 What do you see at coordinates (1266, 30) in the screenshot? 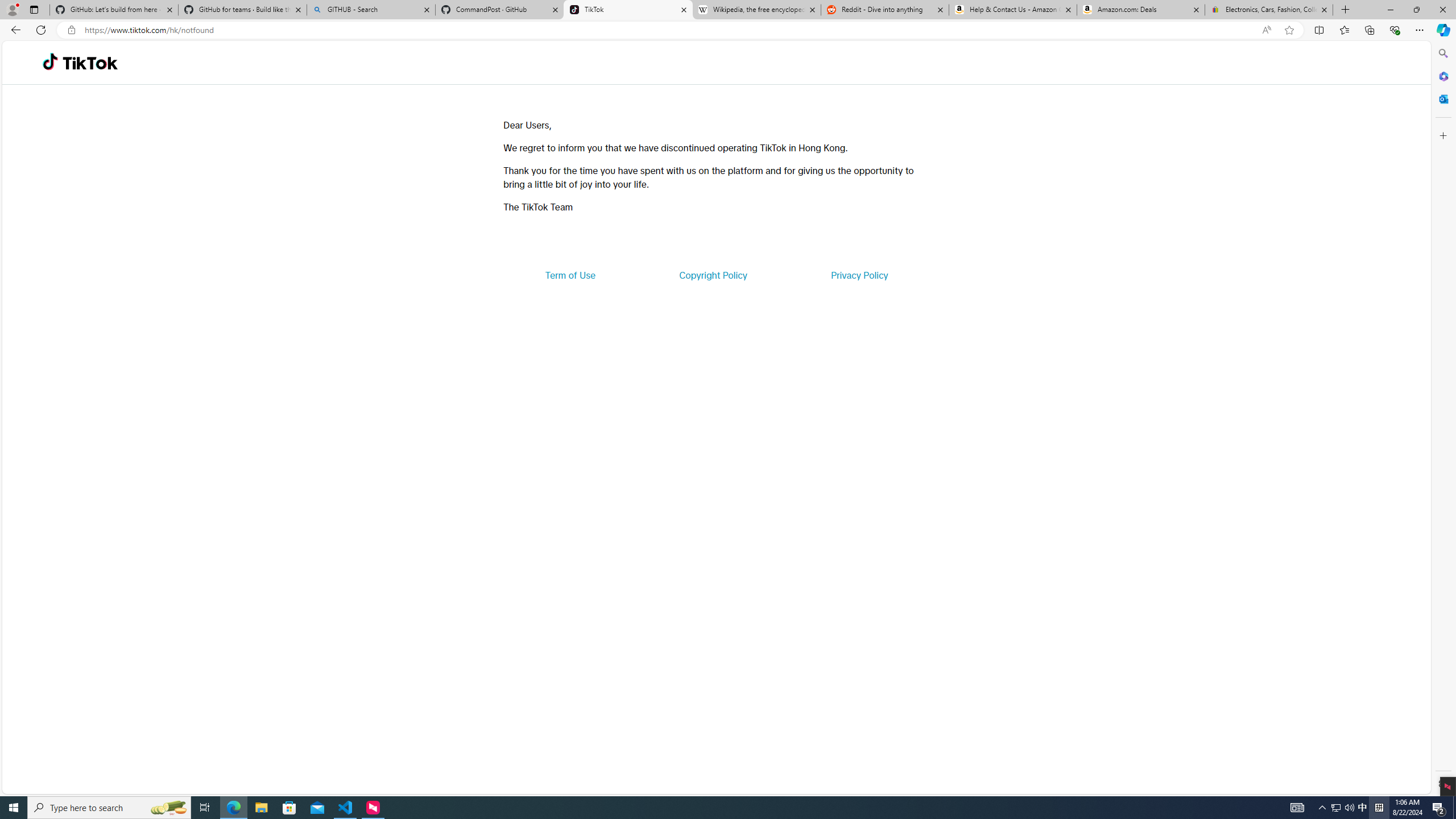
I see `'Read aloud this page (Ctrl+Shift+U)'` at bounding box center [1266, 30].